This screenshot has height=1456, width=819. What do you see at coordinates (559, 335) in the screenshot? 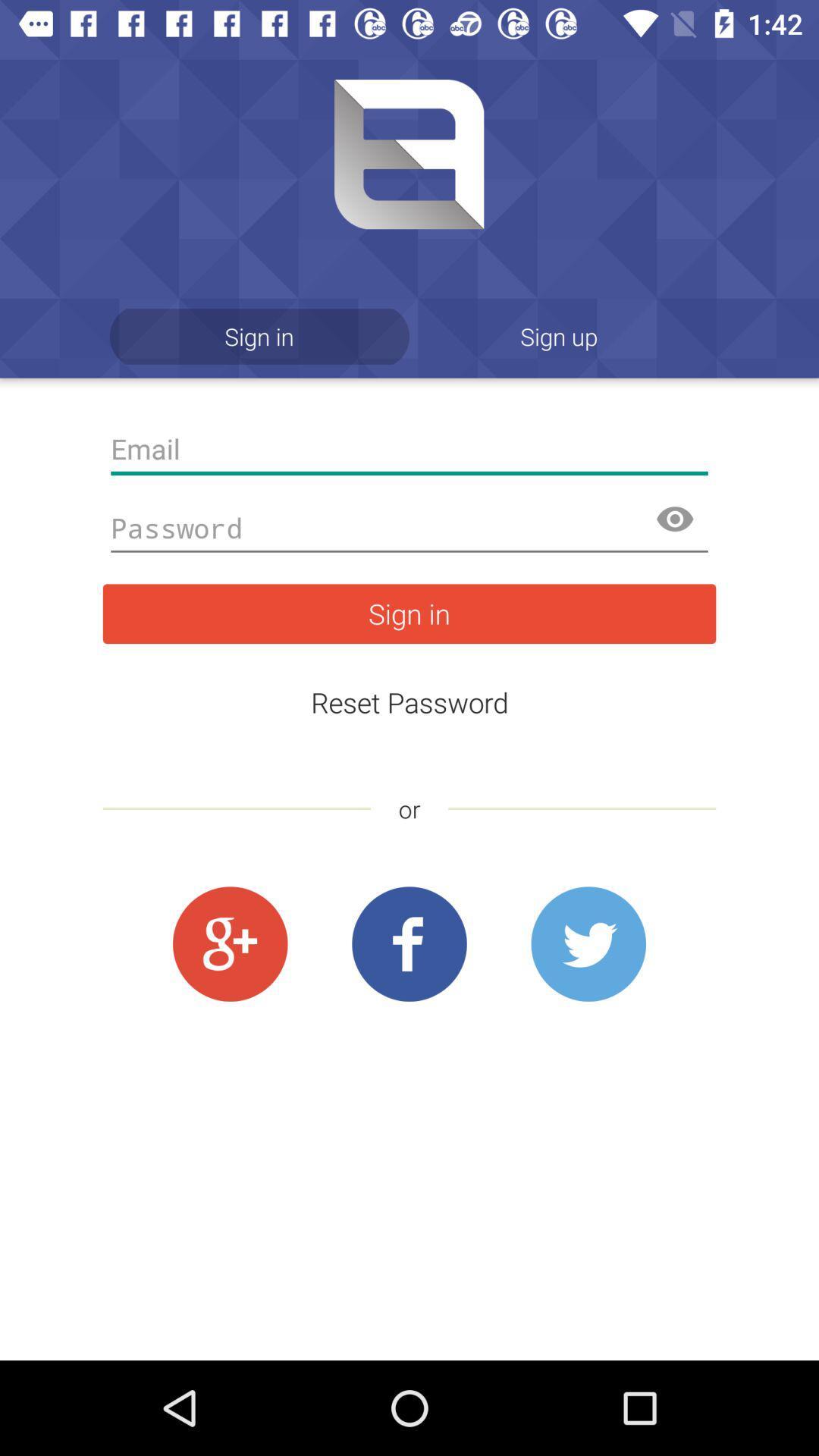
I see `icon at the top right corner` at bounding box center [559, 335].